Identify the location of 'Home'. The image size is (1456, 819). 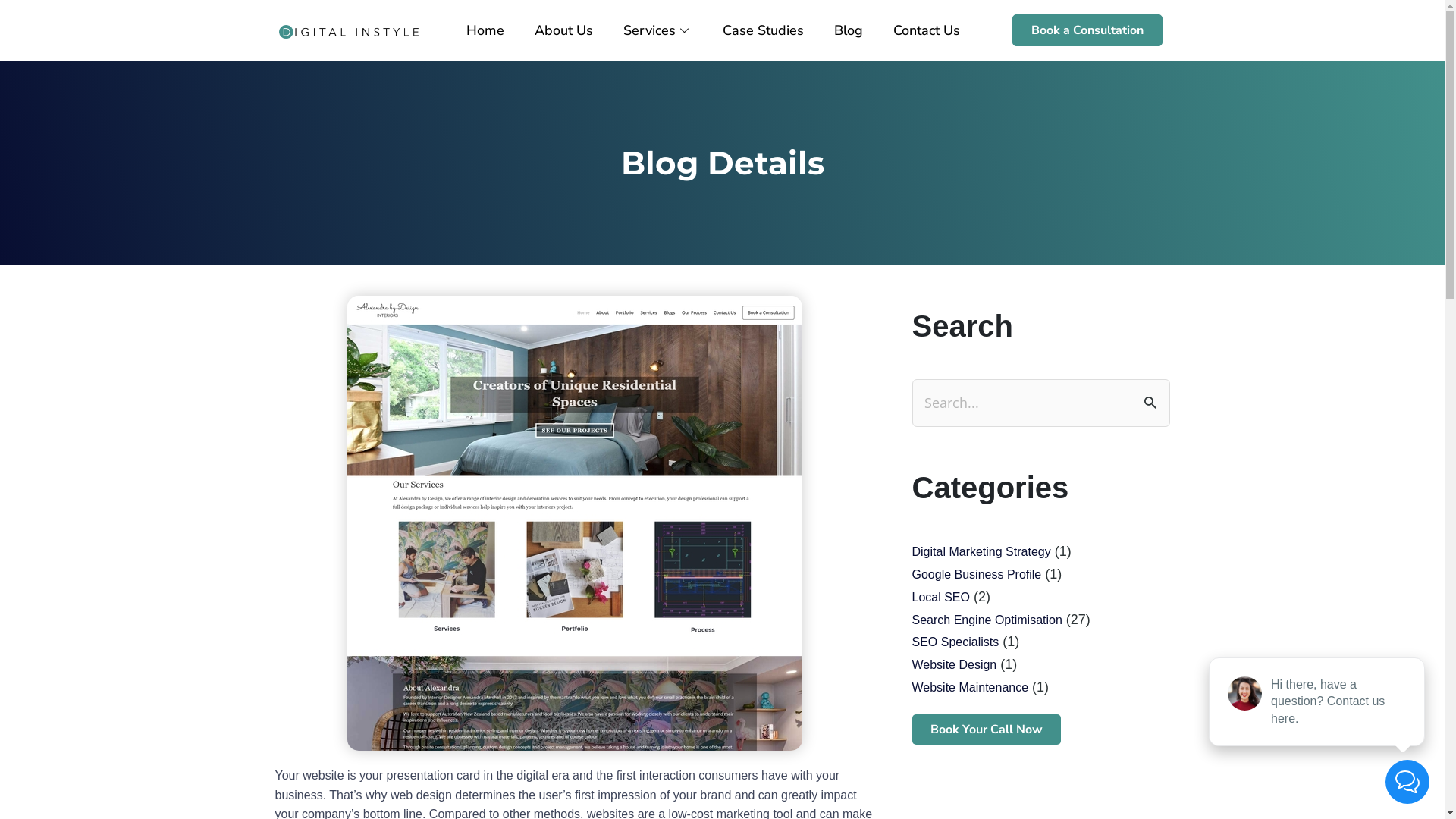
(484, 30).